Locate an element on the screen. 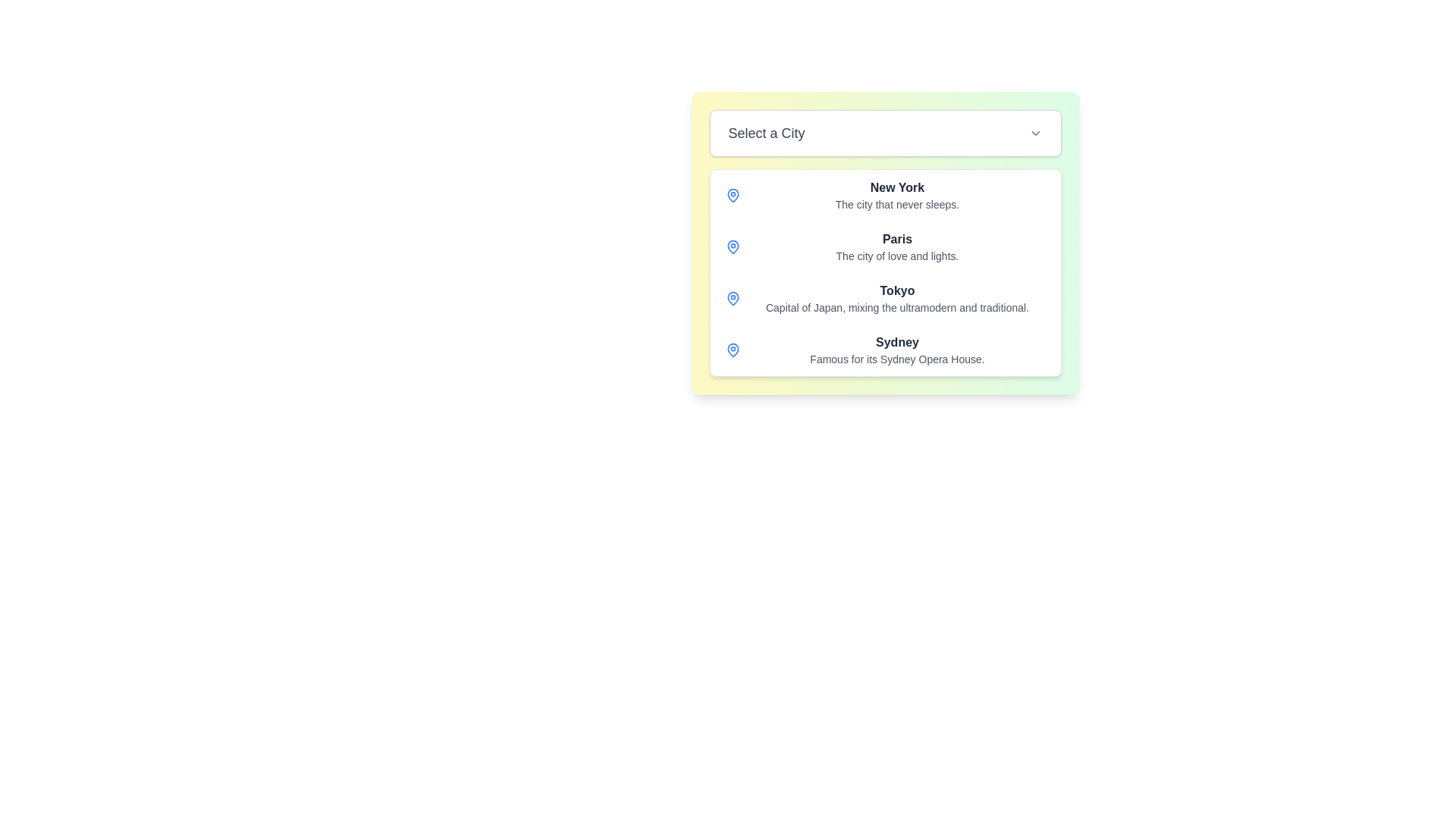 The width and height of the screenshot is (1456, 819). the graphical representation of the blue outlined location marker icon next to the 'Sydney' text in the dropdown list is located at coordinates (733, 350).